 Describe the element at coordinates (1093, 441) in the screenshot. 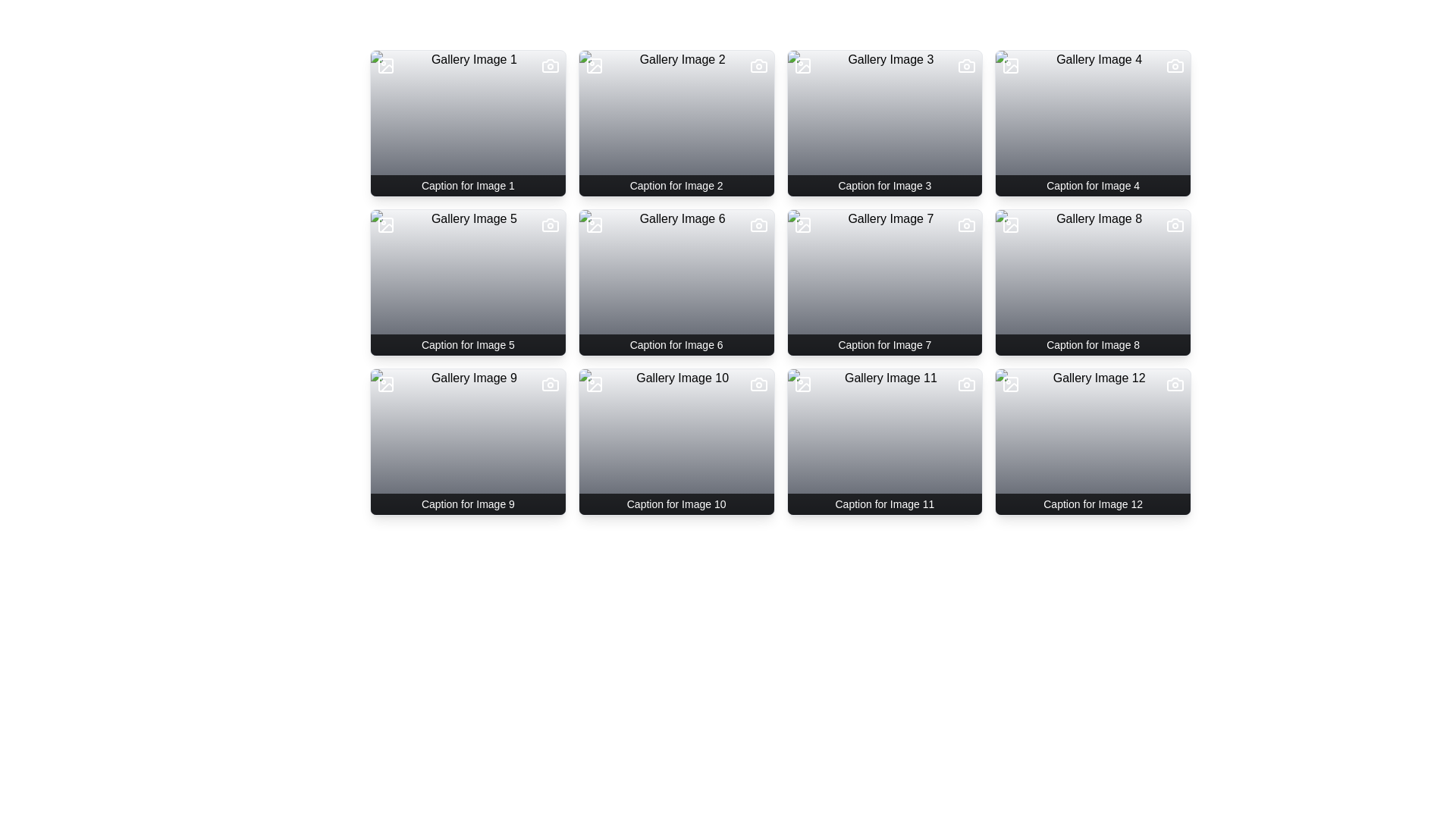

I see `the rectangular image card with rounded corners and a gray background displaying 'Caption for Image 12' at the bottom` at that location.